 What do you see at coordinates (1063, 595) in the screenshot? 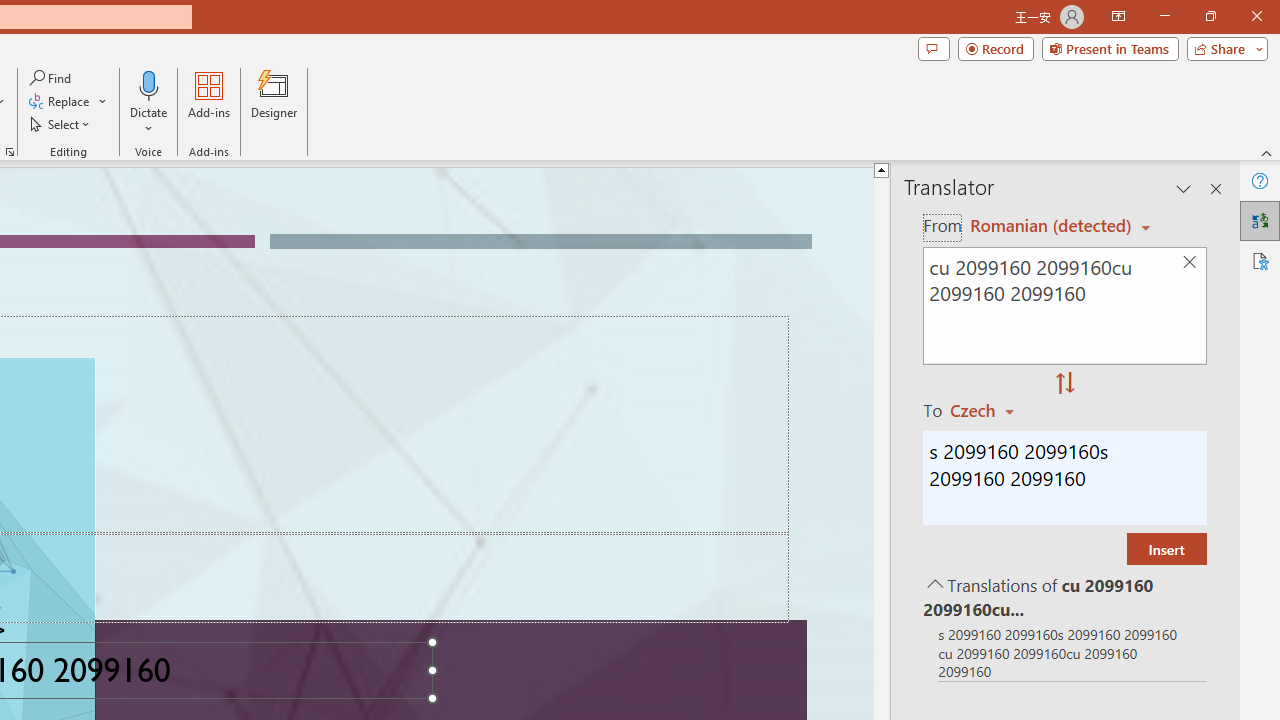
I see `'Translations of cu 2099160 2099160cu 2099160 2099160'` at bounding box center [1063, 595].